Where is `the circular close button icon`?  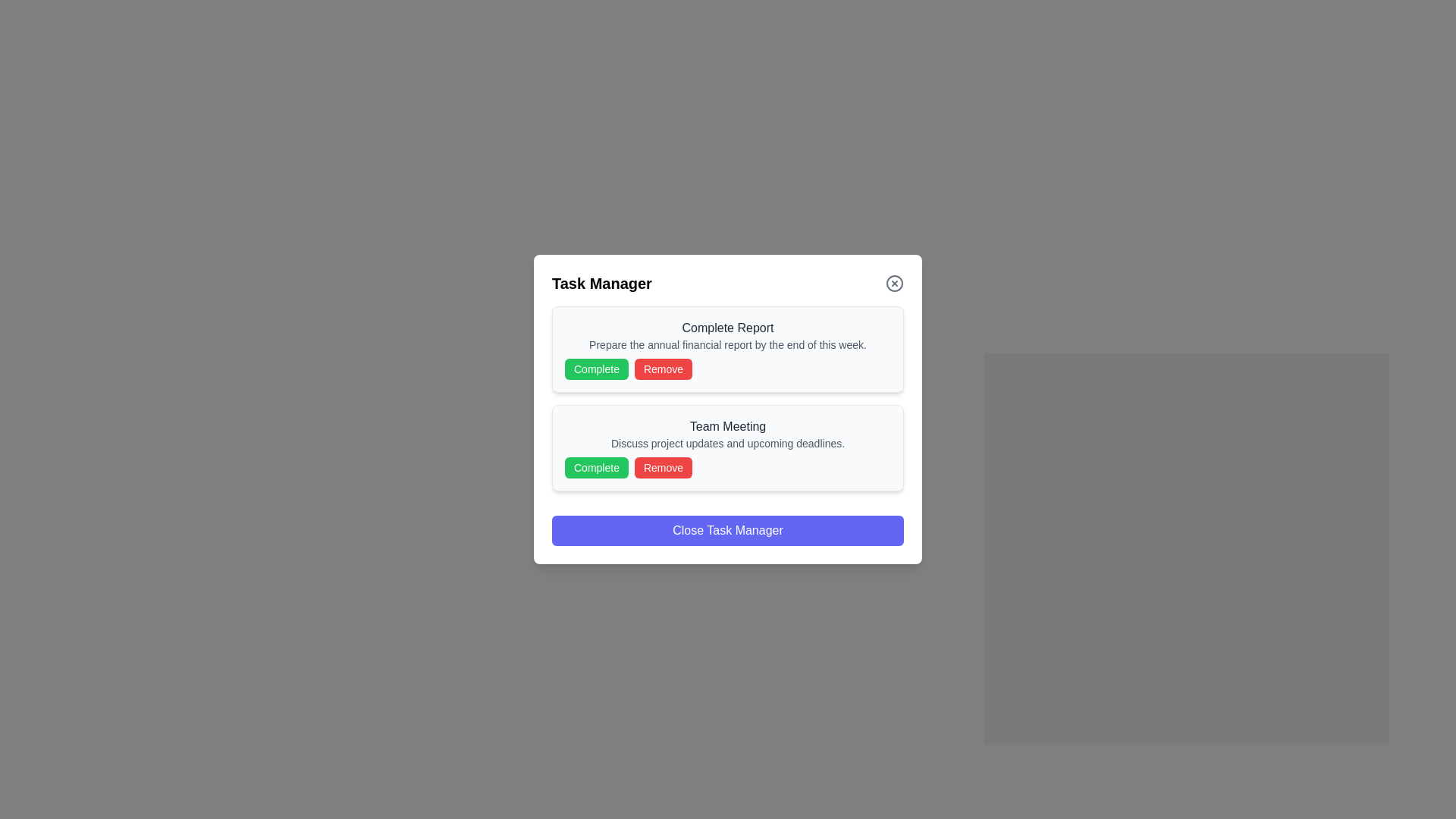
the circular close button icon is located at coordinates (895, 284).